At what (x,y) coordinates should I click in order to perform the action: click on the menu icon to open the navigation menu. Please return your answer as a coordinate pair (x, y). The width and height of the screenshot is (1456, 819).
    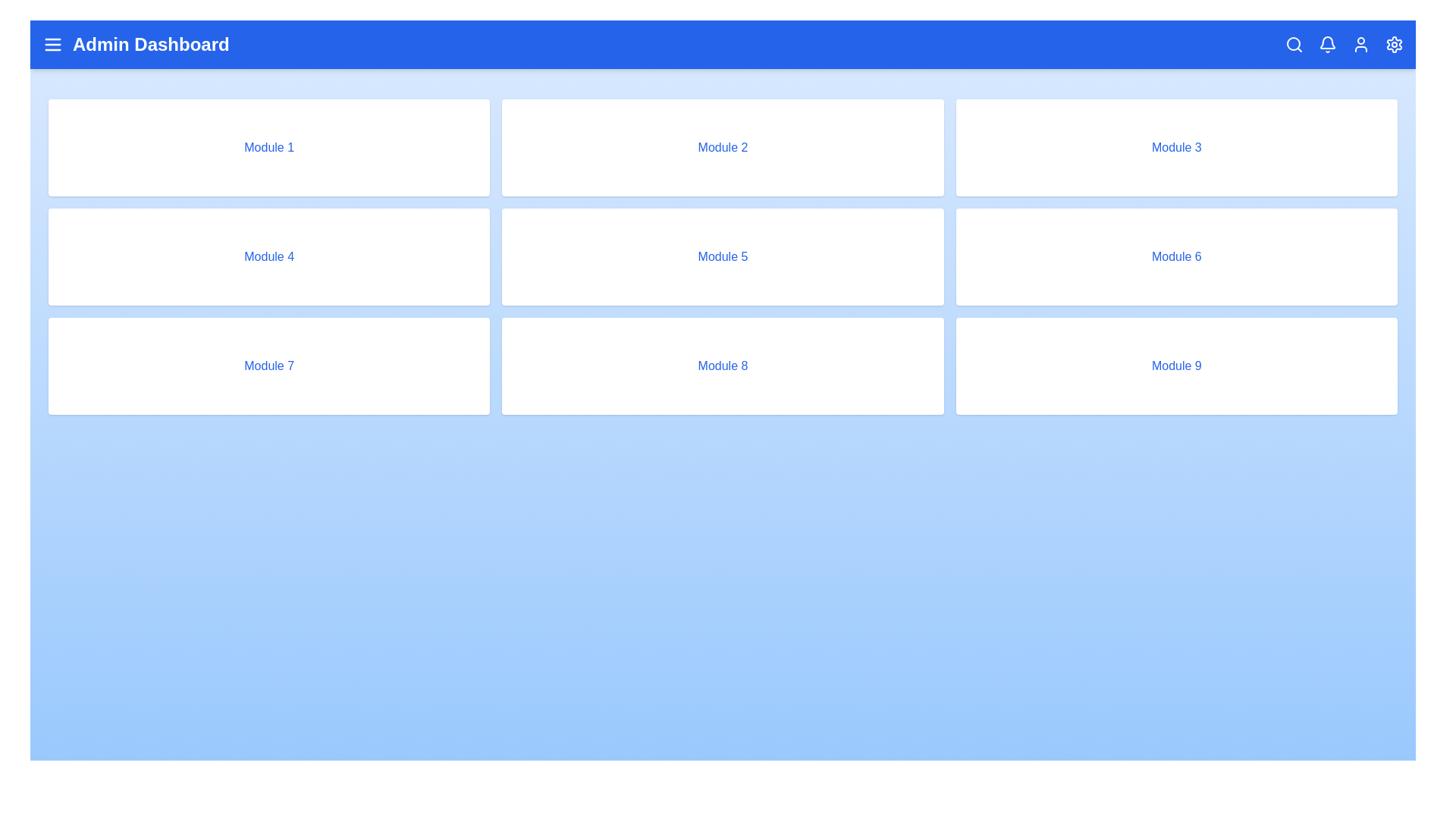
    Looking at the image, I should click on (53, 43).